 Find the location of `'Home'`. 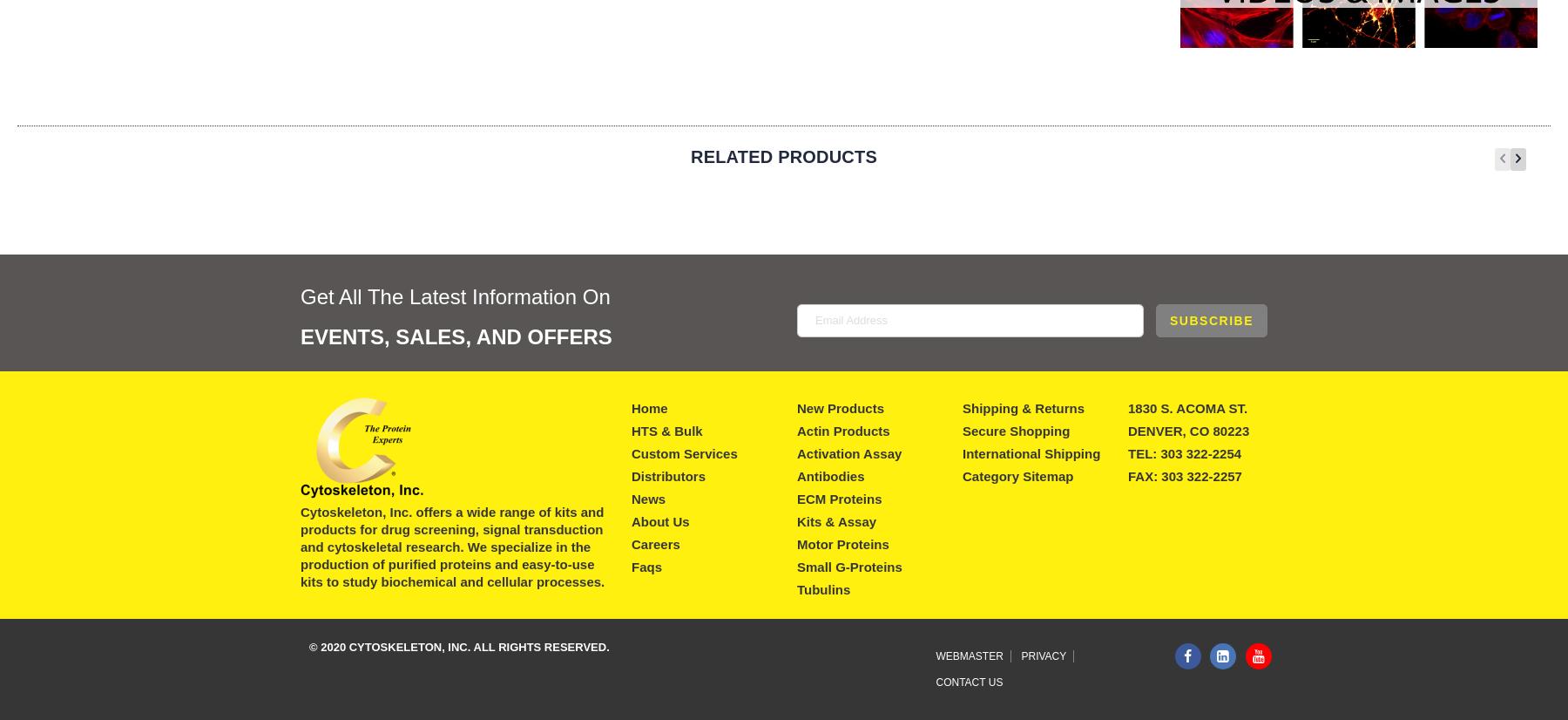

'Home' is located at coordinates (648, 406).